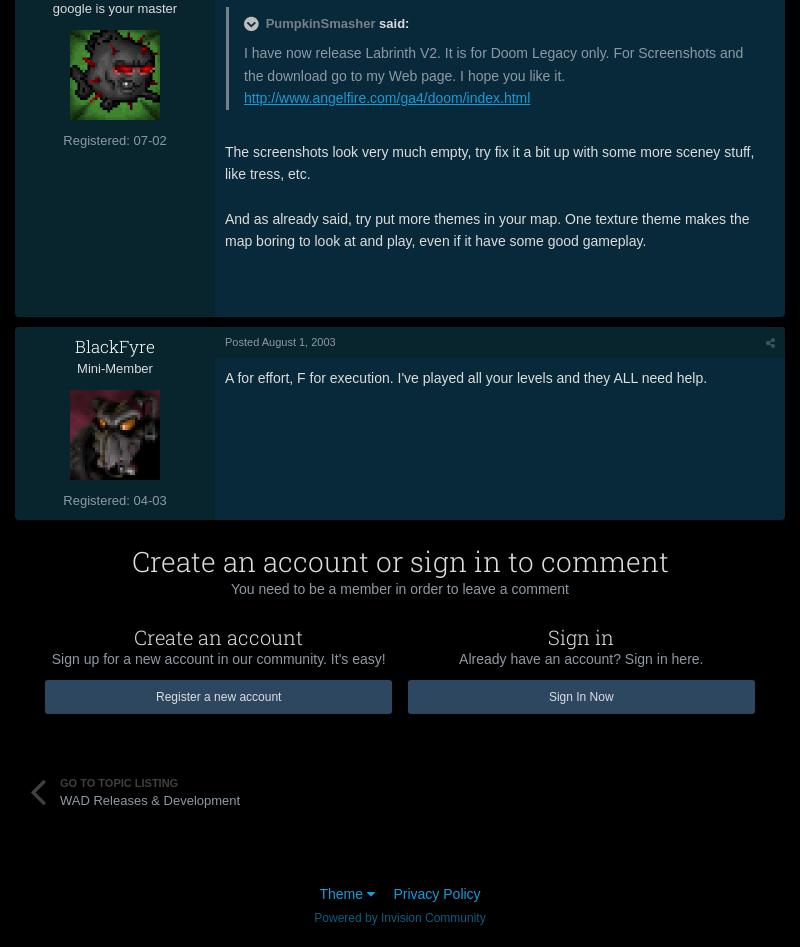  Describe the element at coordinates (398, 587) in the screenshot. I see `'You need to be a member in order to leave a comment'` at that location.